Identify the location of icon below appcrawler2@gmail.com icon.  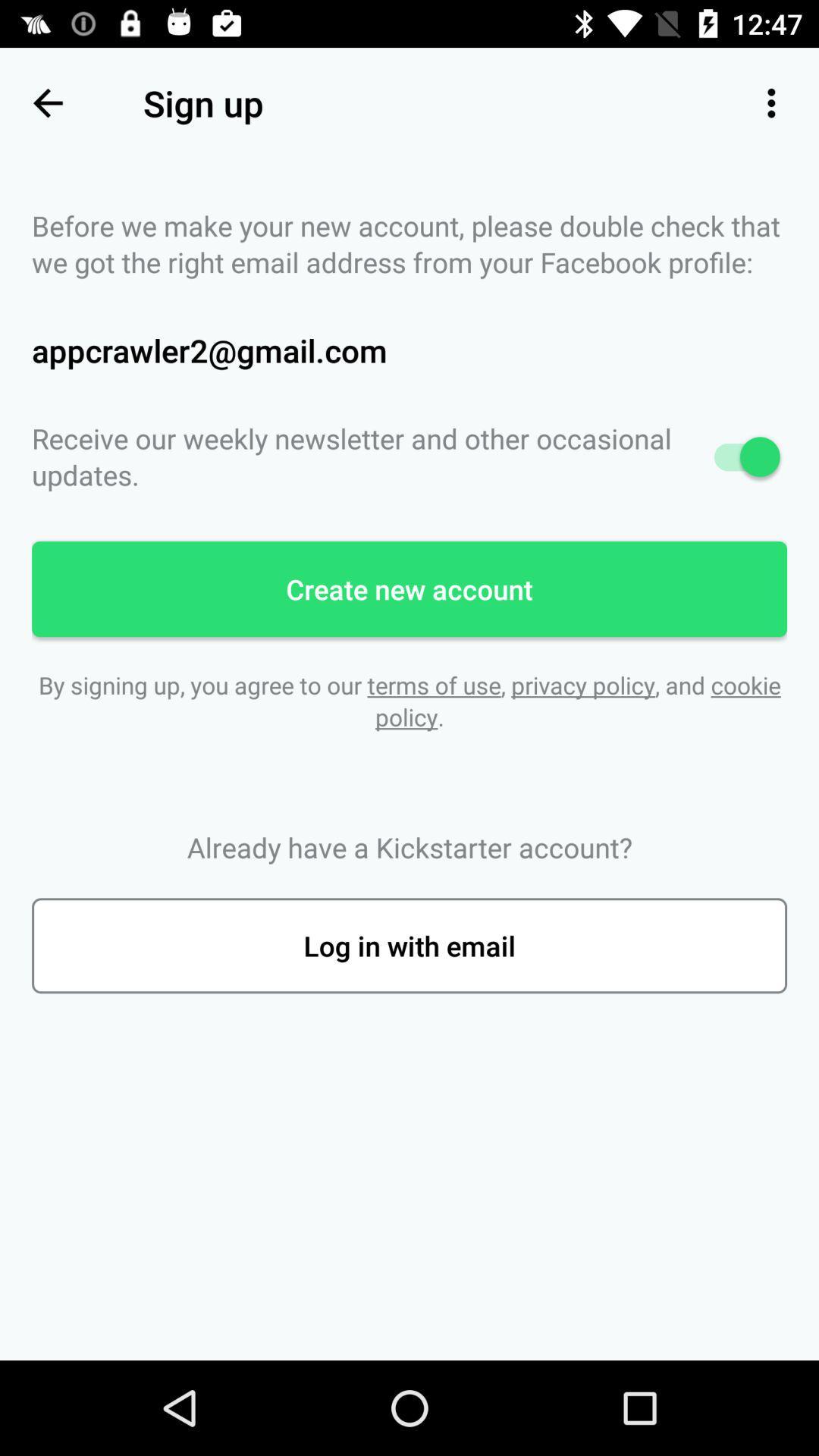
(409, 456).